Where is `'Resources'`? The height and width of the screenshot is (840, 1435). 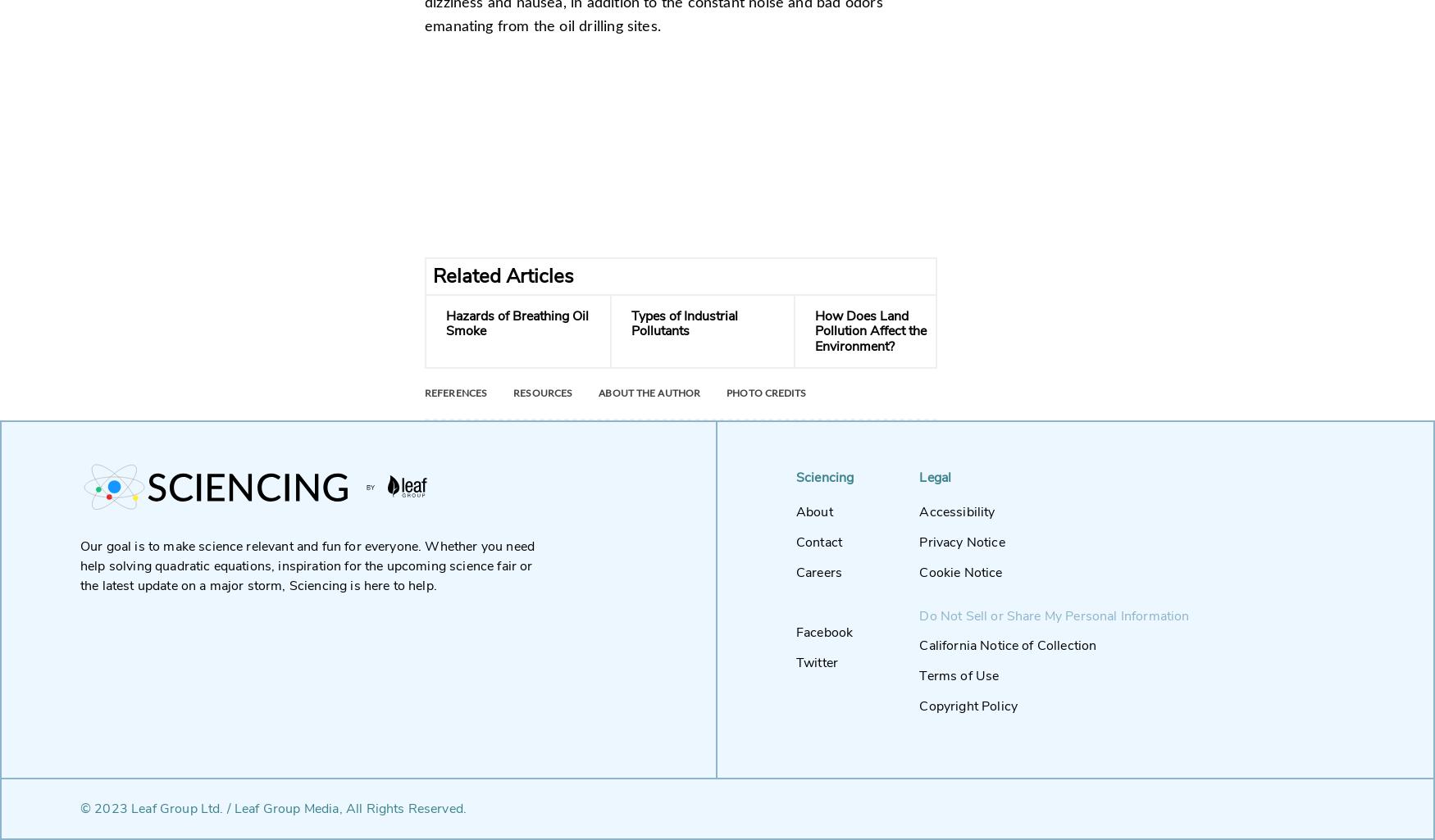
'Resources' is located at coordinates (542, 393).